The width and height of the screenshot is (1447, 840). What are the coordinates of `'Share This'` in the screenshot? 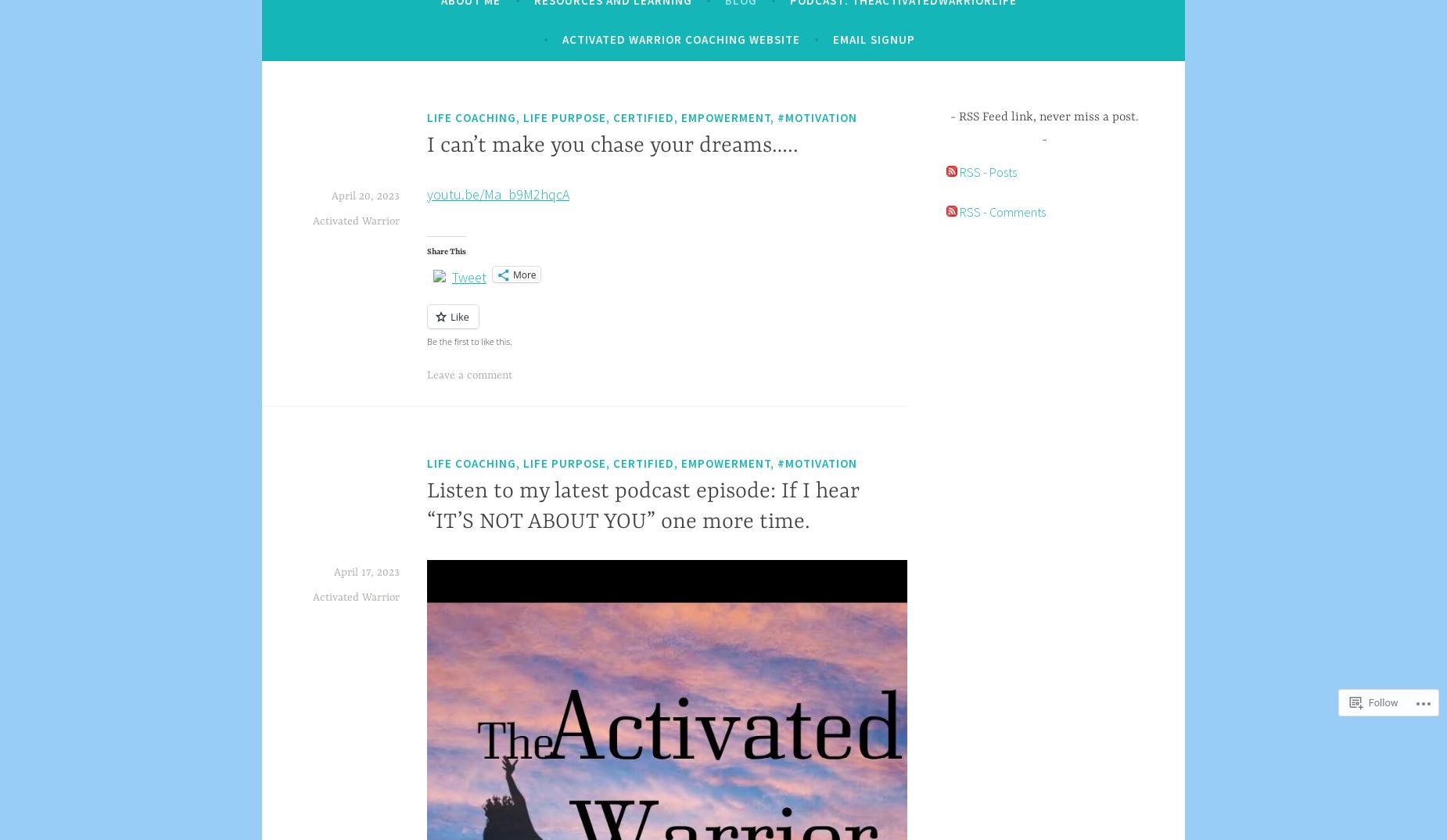 It's located at (446, 251).